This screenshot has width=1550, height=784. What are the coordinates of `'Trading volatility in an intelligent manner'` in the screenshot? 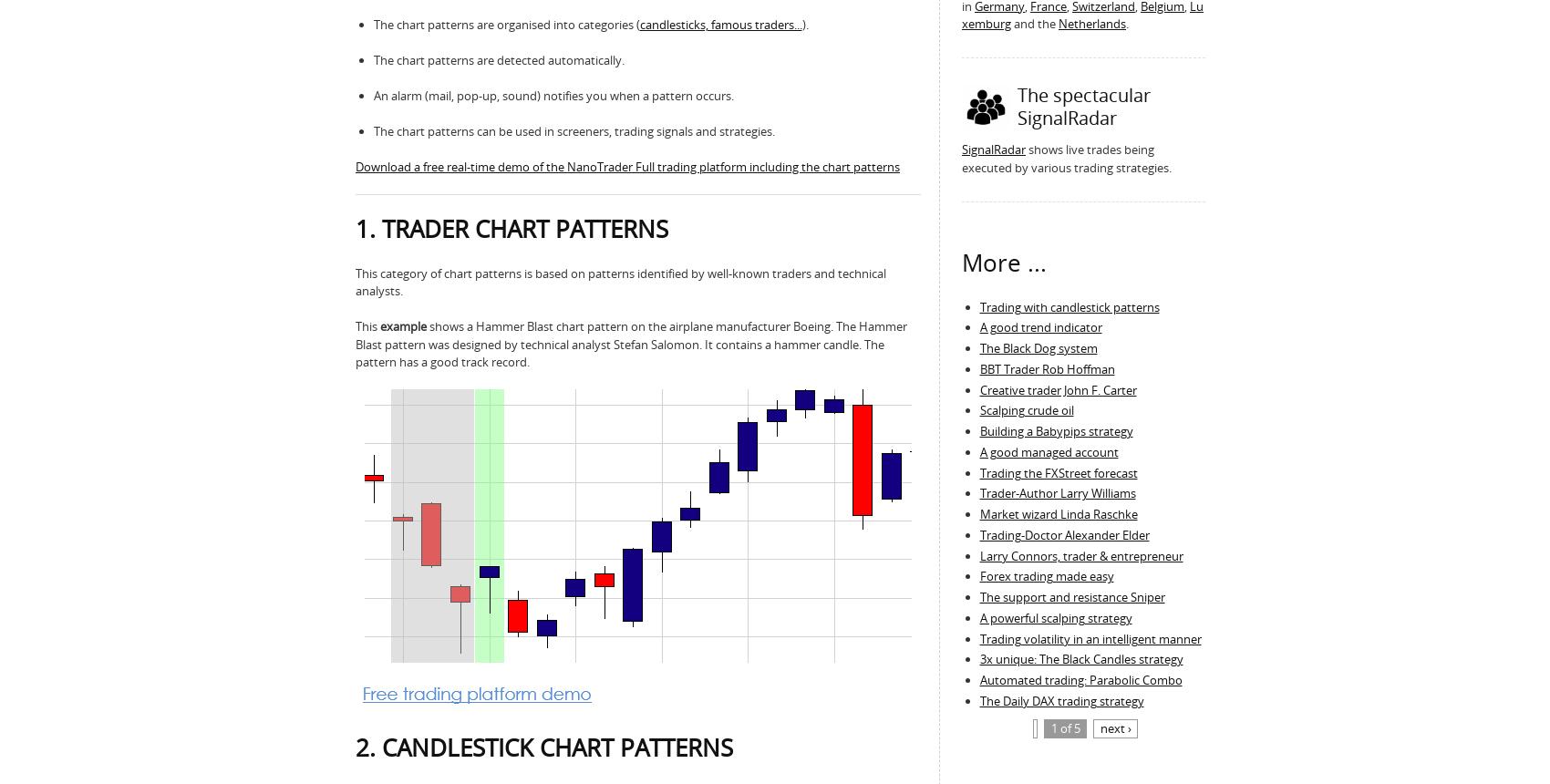 It's located at (979, 637).